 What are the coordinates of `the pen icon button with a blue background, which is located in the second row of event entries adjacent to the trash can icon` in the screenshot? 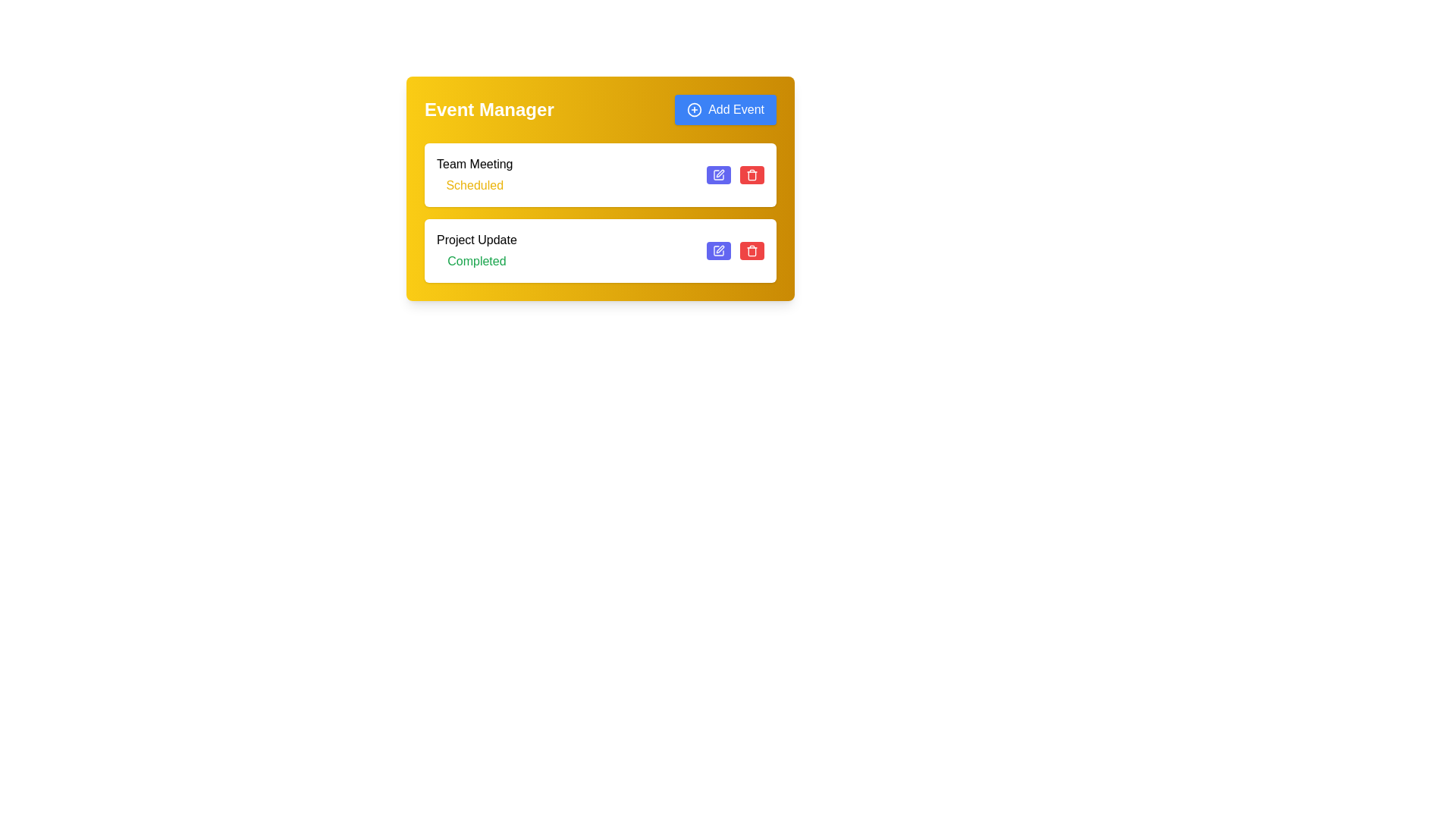 It's located at (720, 248).